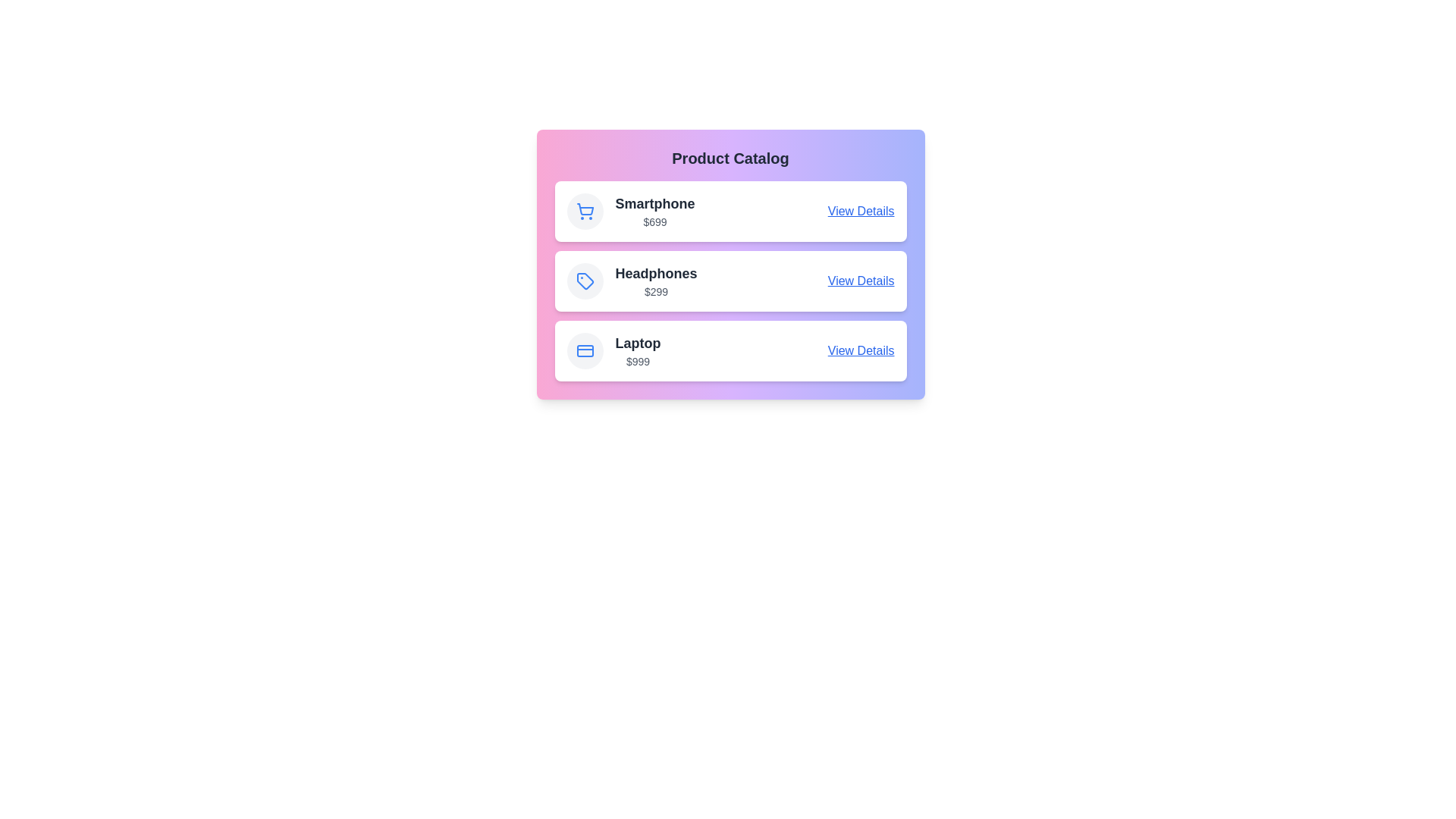 Image resolution: width=1456 pixels, height=819 pixels. I want to click on the product item Smartphone to observe its hover effect, so click(730, 211).